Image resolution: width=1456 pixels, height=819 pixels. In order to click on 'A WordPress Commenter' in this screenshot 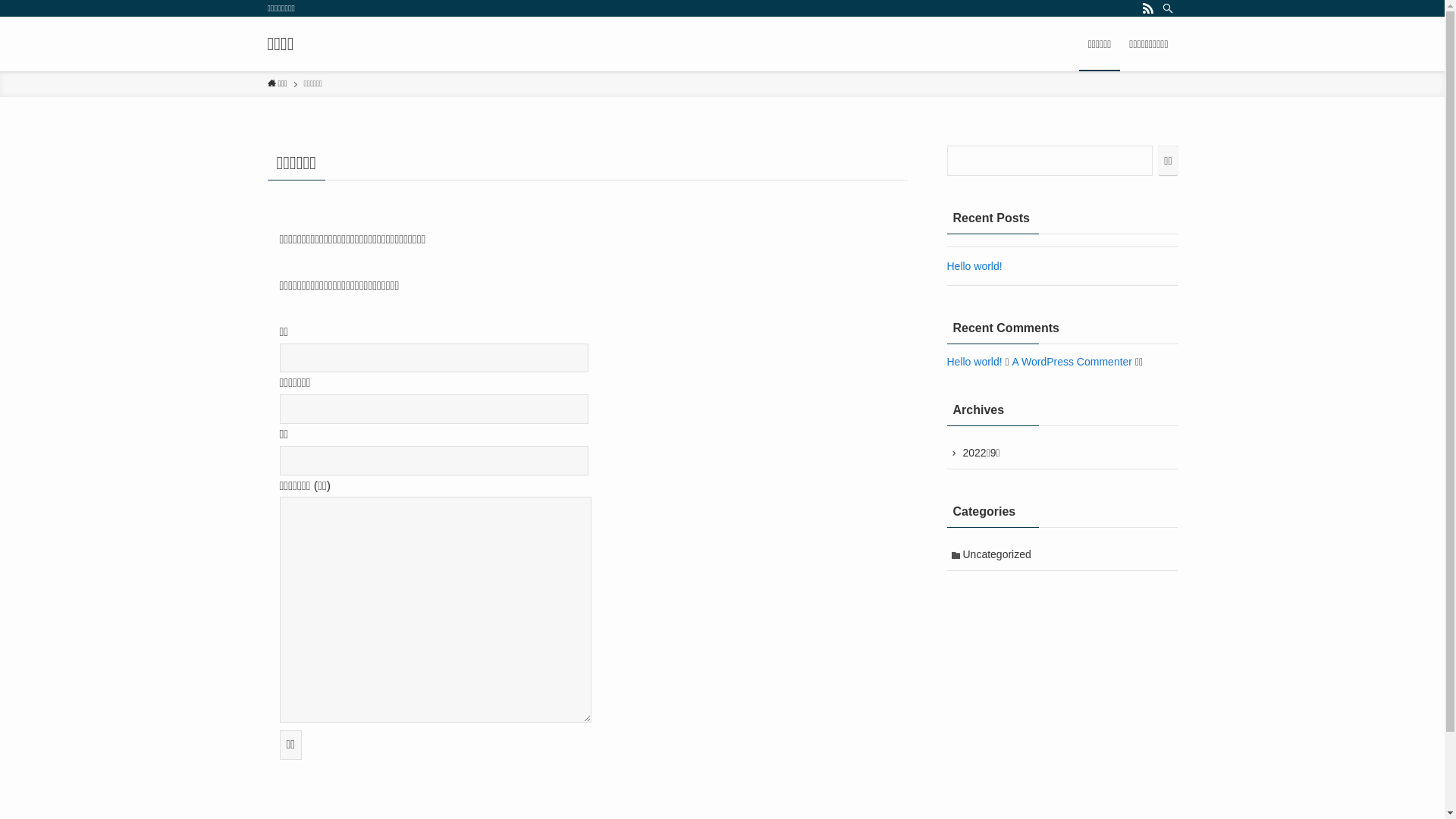, I will do `click(1072, 362)`.